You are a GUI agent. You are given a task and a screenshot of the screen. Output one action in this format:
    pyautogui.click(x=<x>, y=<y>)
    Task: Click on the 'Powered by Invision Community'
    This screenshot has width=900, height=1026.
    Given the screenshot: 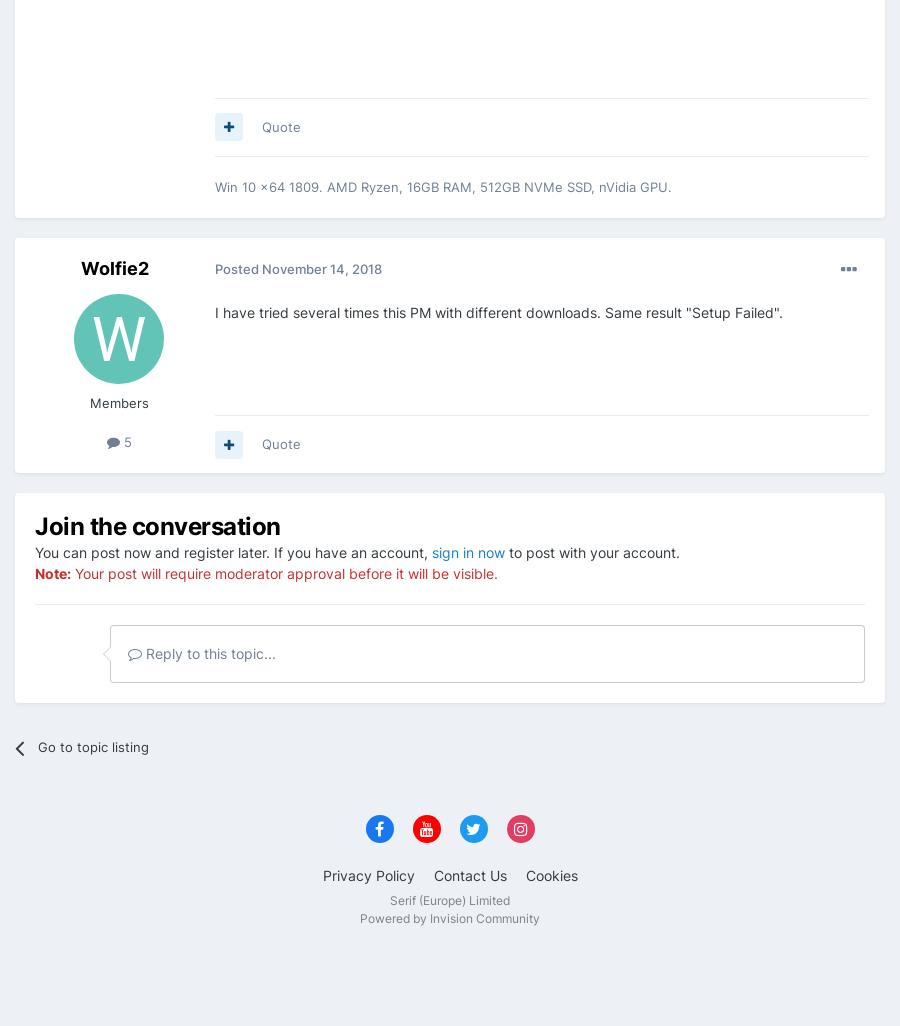 What is the action you would take?
    pyautogui.click(x=450, y=916)
    